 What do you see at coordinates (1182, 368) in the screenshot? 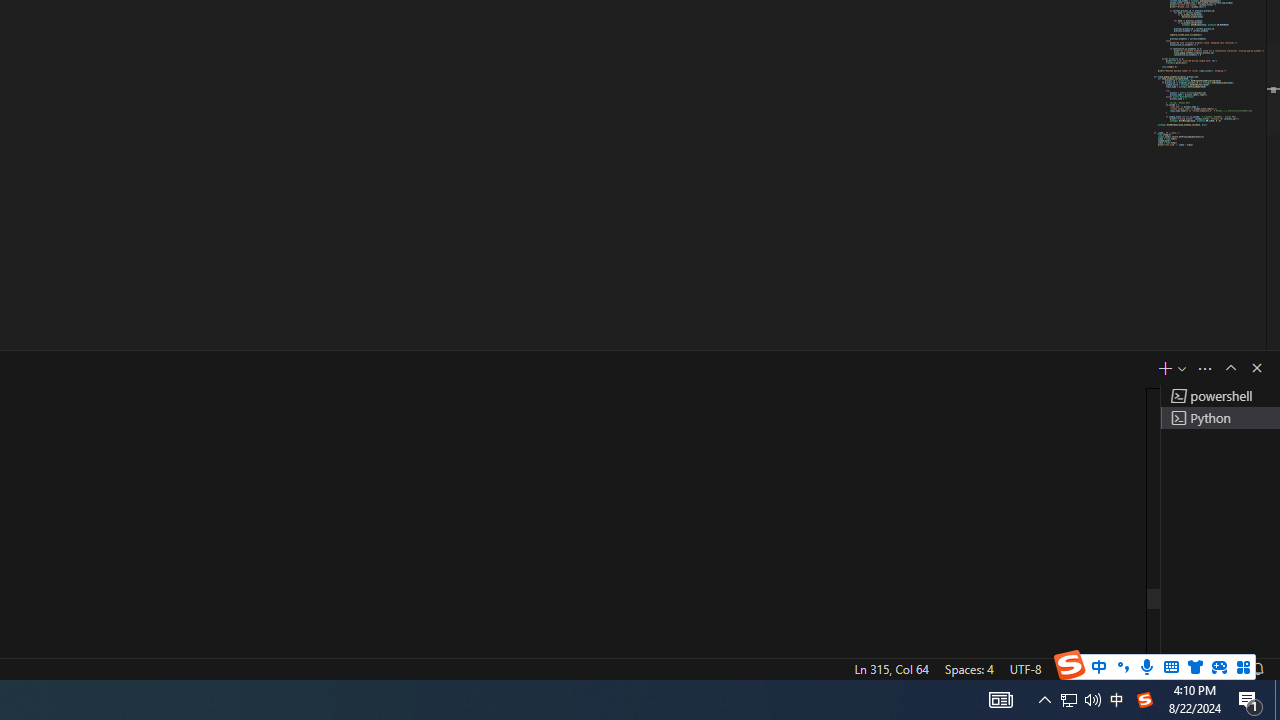
I see `'Launch Profile...'` at bounding box center [1182, 368].